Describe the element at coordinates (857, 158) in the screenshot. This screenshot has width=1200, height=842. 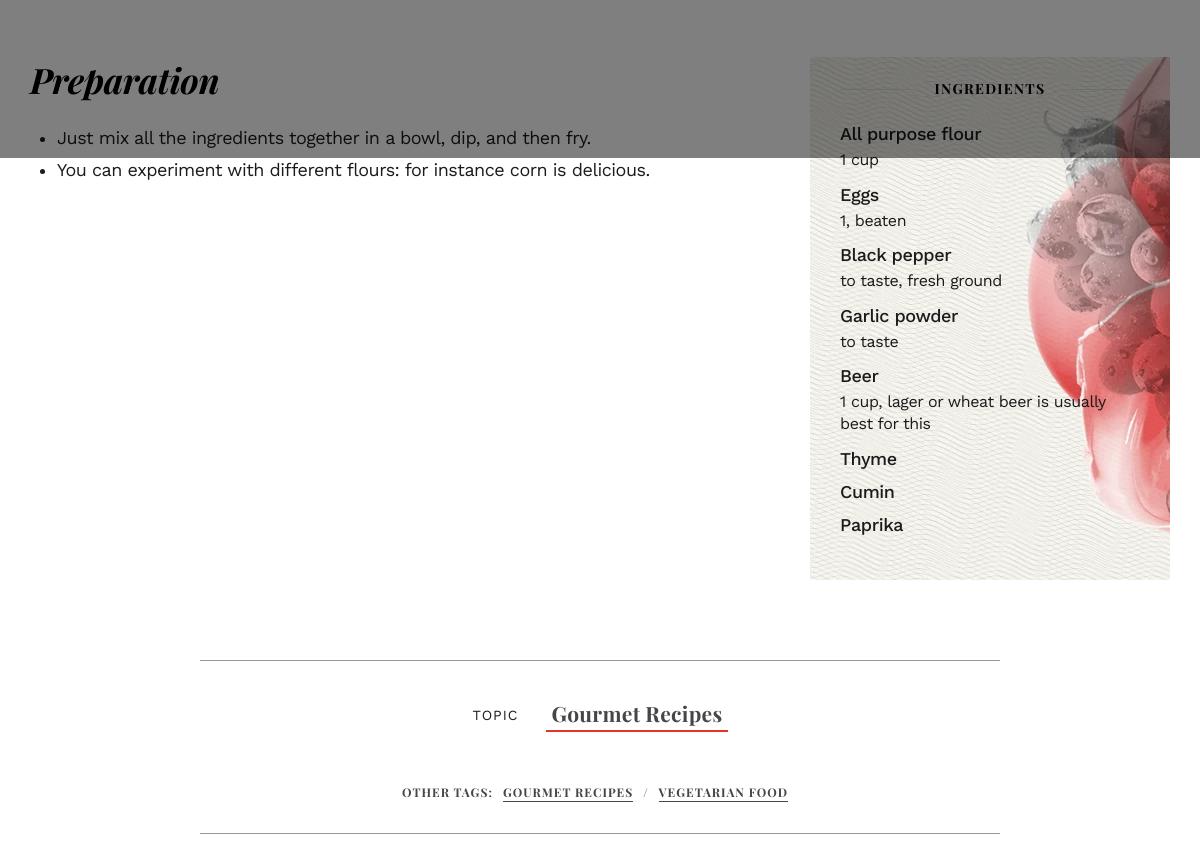
I see `'1 cup'` at that location.